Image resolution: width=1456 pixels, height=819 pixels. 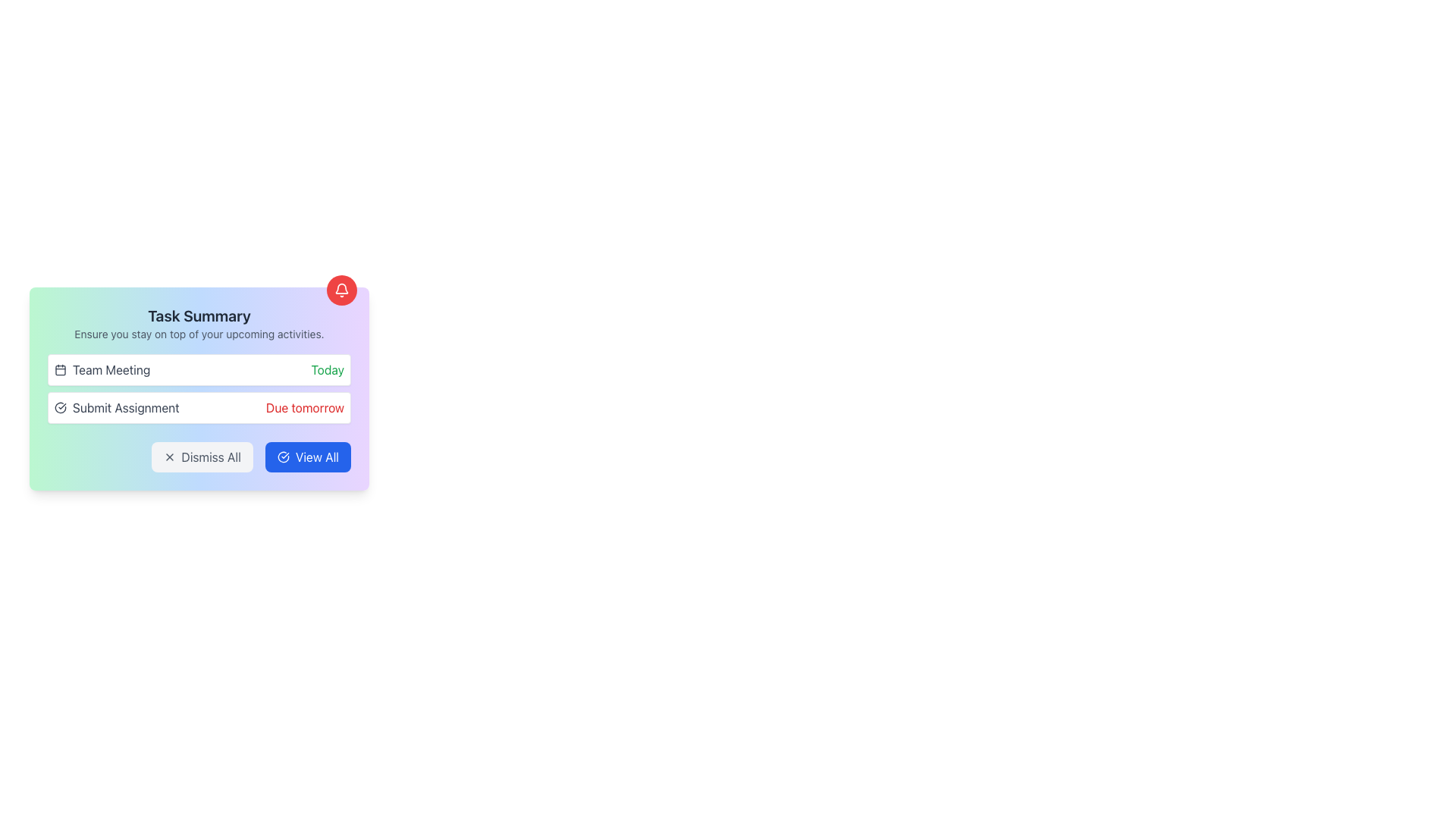 What do you see at coordinates (307, 456) in the screenshot?
I see `the second button in the horizontal layout within the 'Task Summary' modal located towards the bottom right` at bounding box center [307, 456].